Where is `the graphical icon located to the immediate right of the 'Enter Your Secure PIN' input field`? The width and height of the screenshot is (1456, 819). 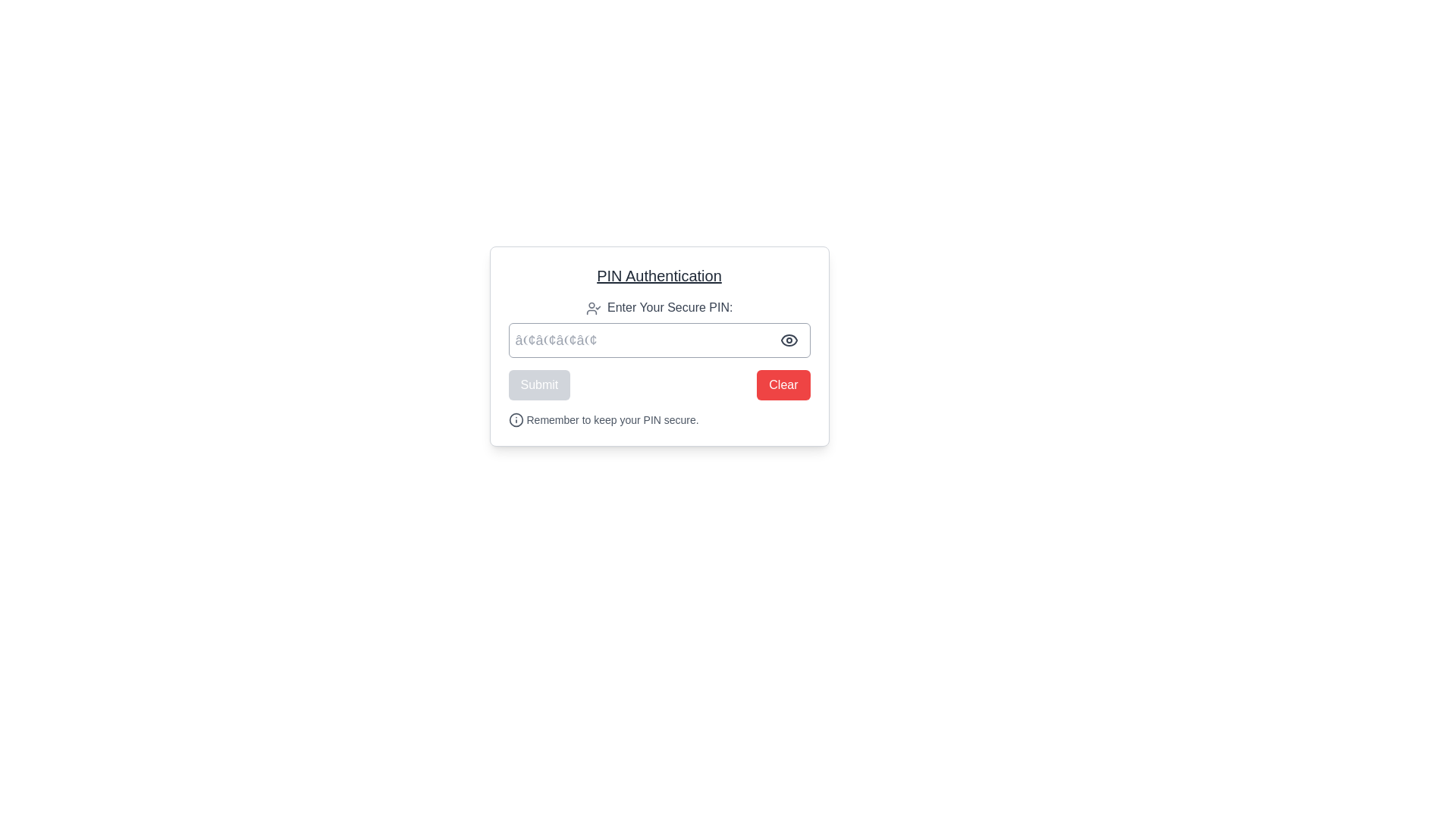 the graphical icon located to the immediate right of the 'Enter Your Secure PIN' input field is located at coordinates (789, 339).